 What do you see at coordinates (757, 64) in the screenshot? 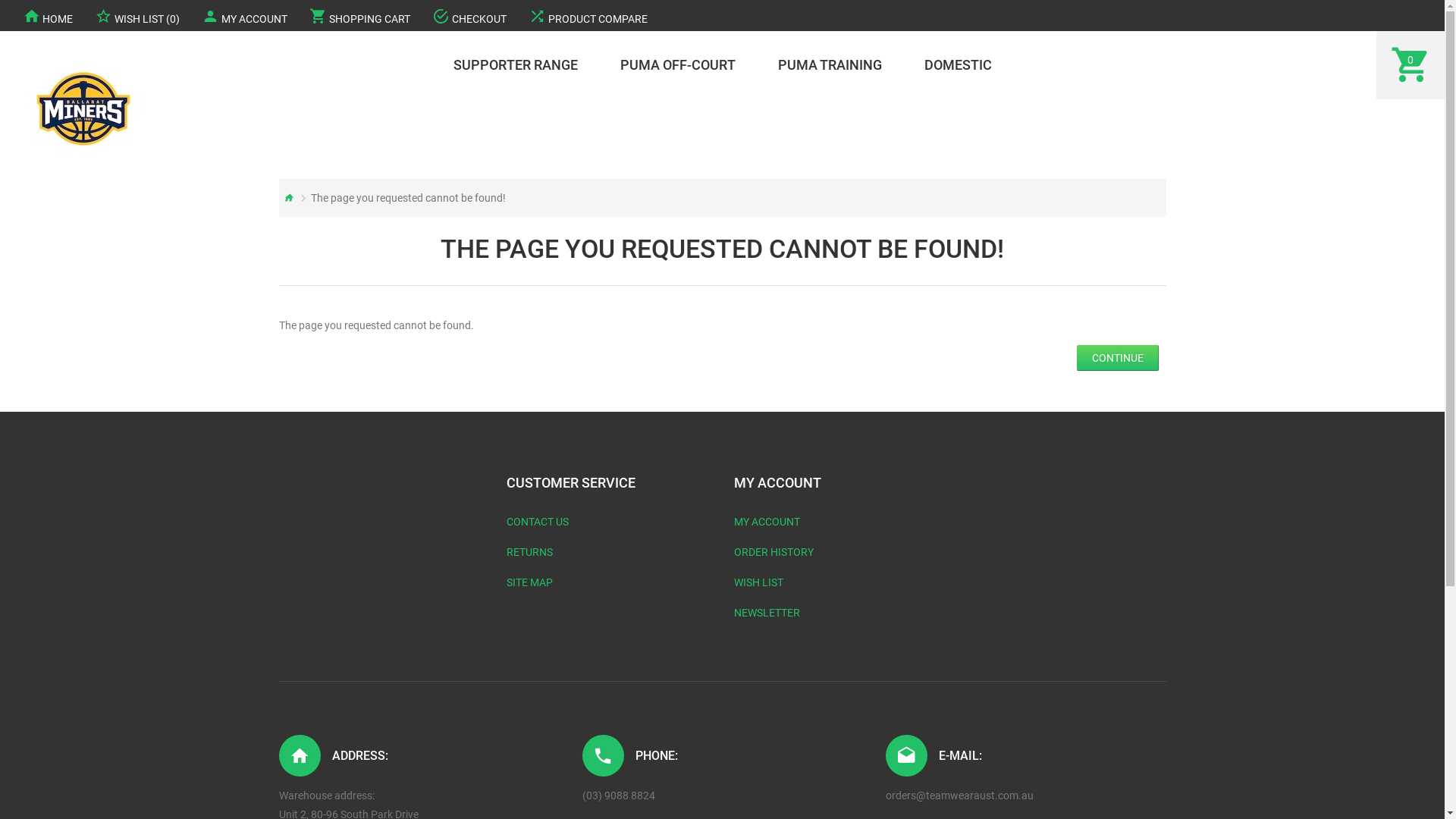
I see `'PUMA TRAINING'` at bounding box center [757, 64].